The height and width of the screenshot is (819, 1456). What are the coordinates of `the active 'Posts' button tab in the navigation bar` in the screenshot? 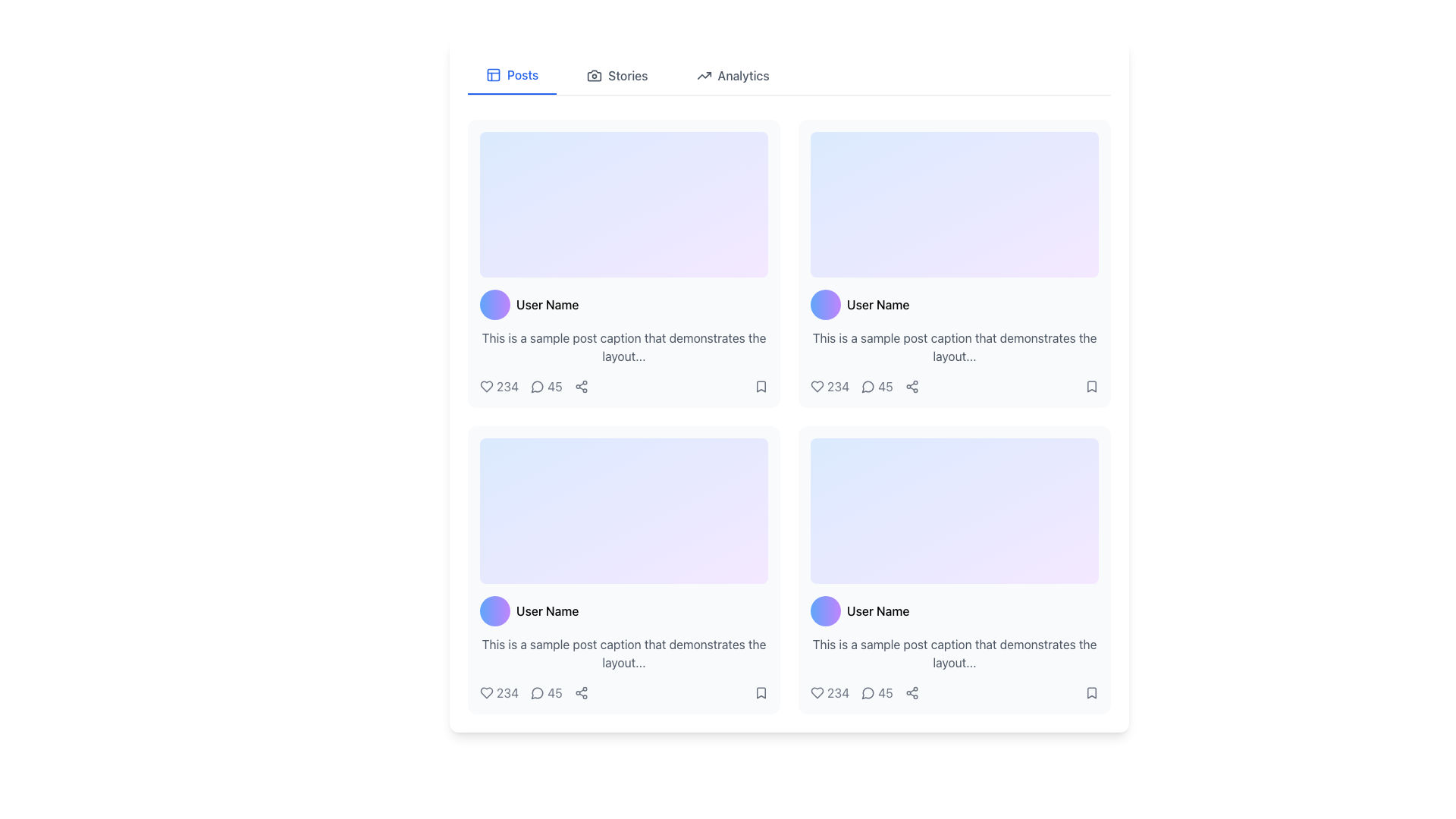 It's located at (512, 76).